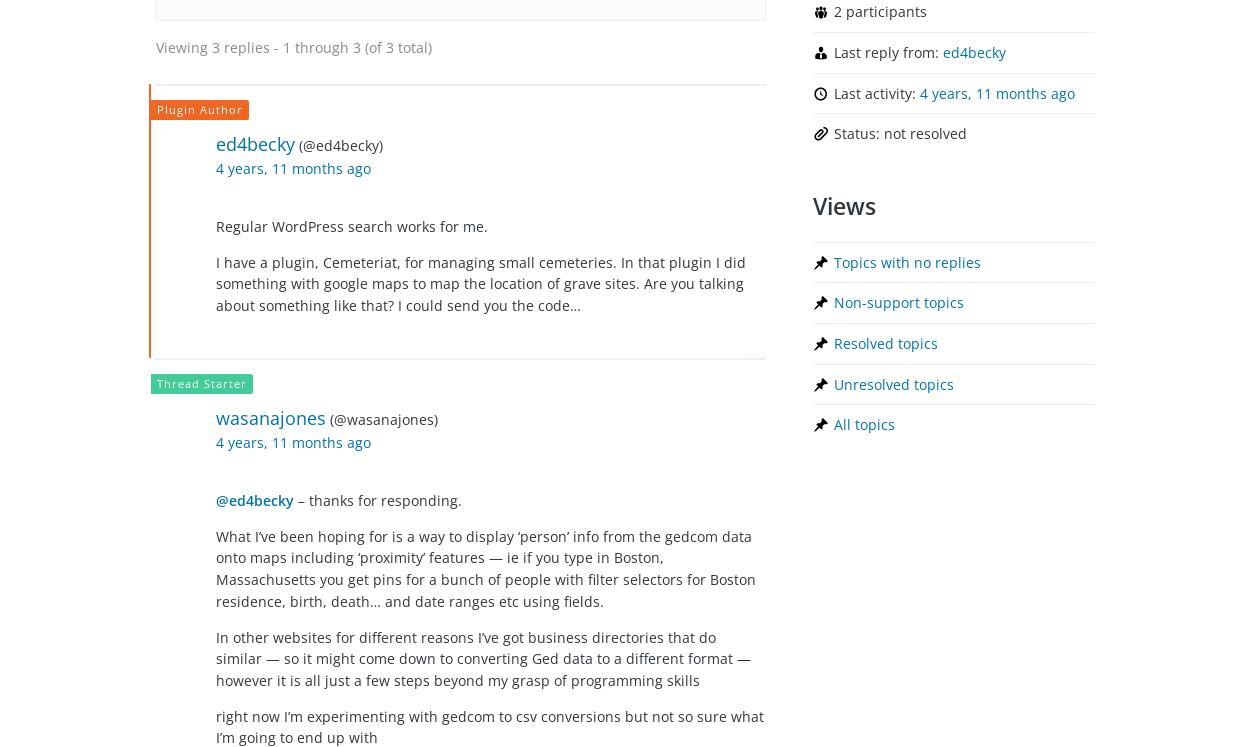 This screenshot has height=747, width=1250. I want to click on '– thanks for responding.', so click(378, 499).